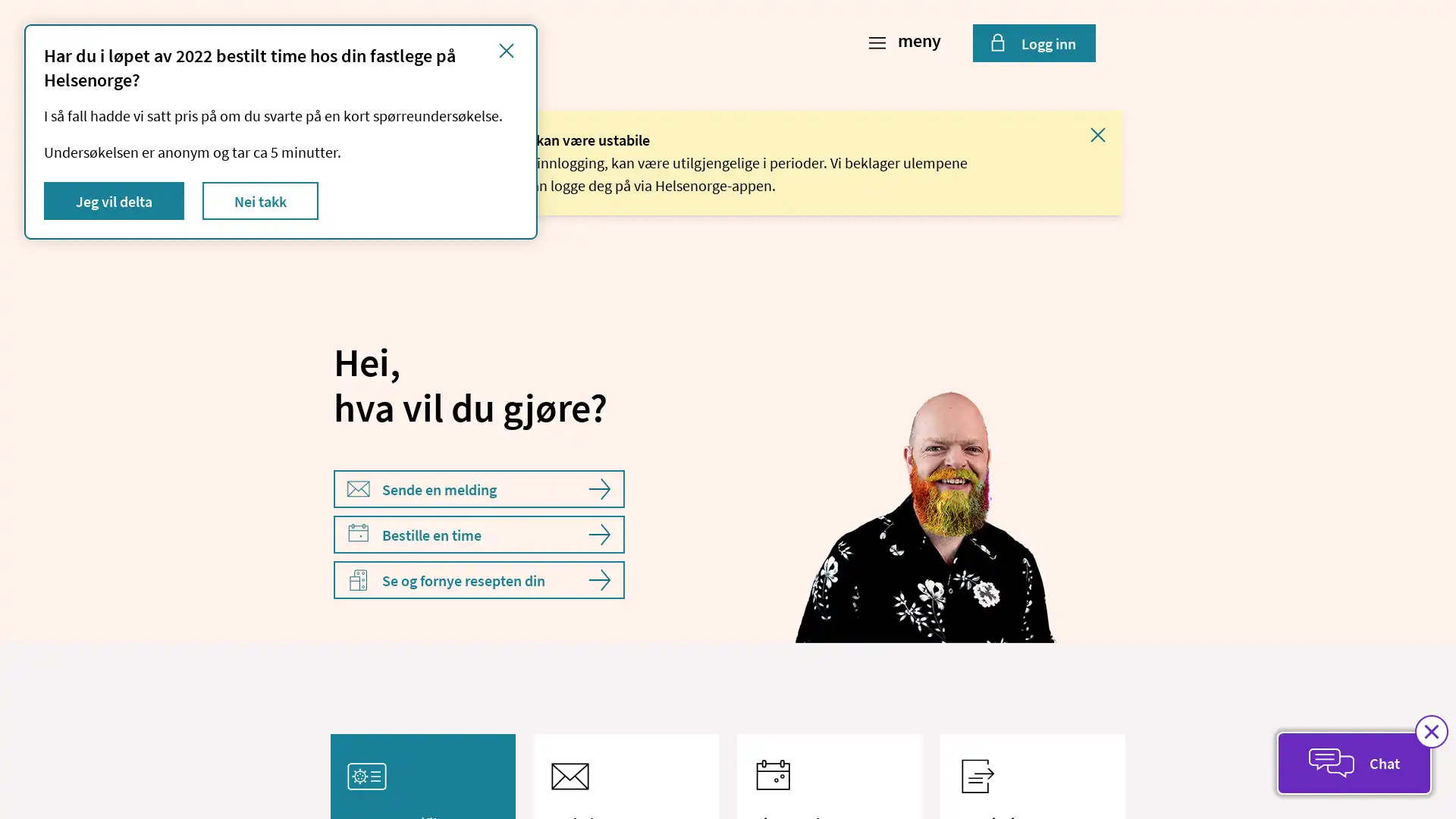  Describe the element at coordinates (479, 488) in the screenshot. I see `Sende en melding` at that location.